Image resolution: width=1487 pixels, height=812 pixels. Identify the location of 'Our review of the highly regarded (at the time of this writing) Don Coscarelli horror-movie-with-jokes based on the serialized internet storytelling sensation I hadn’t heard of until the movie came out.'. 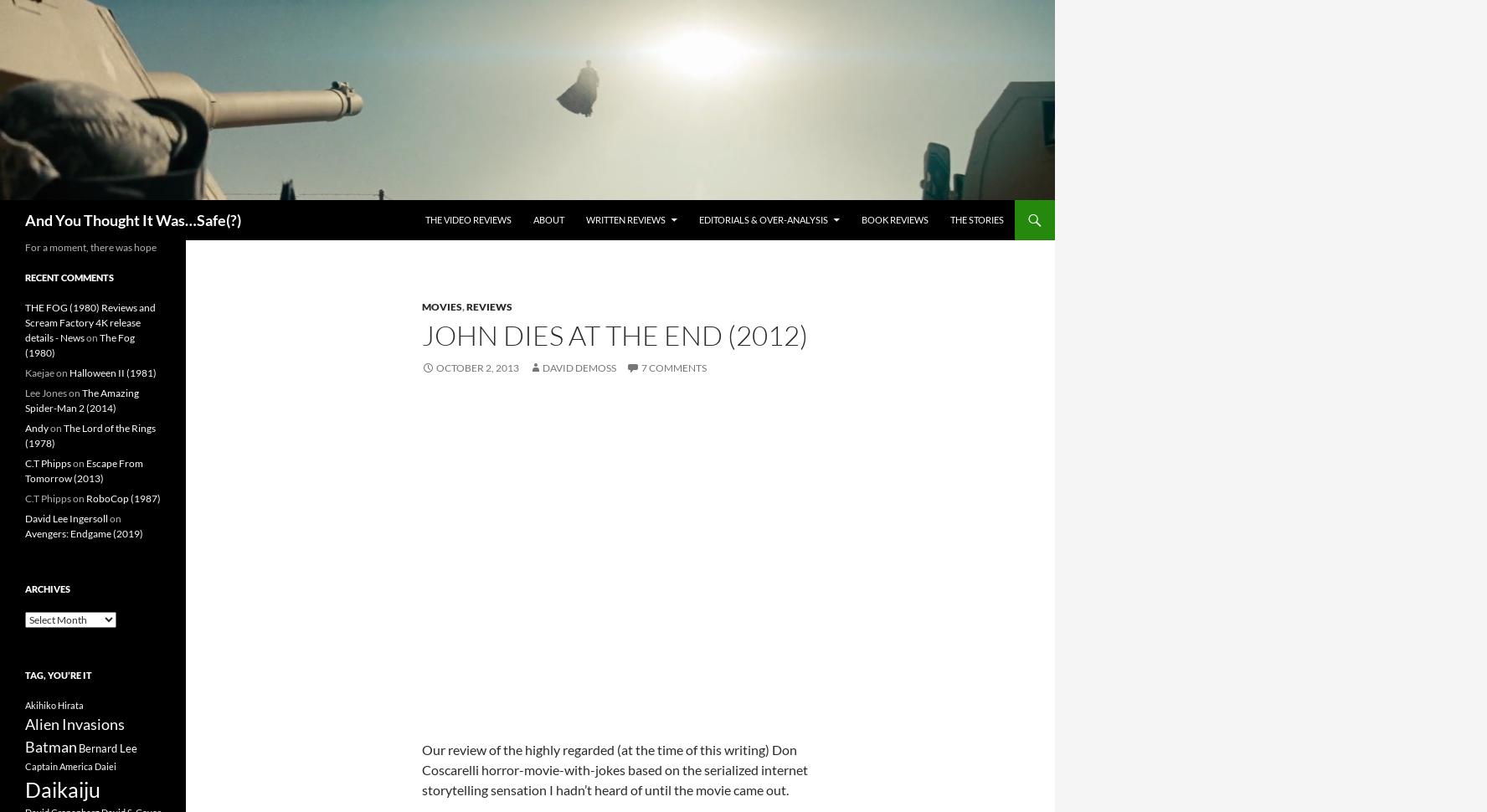
(615, 768).